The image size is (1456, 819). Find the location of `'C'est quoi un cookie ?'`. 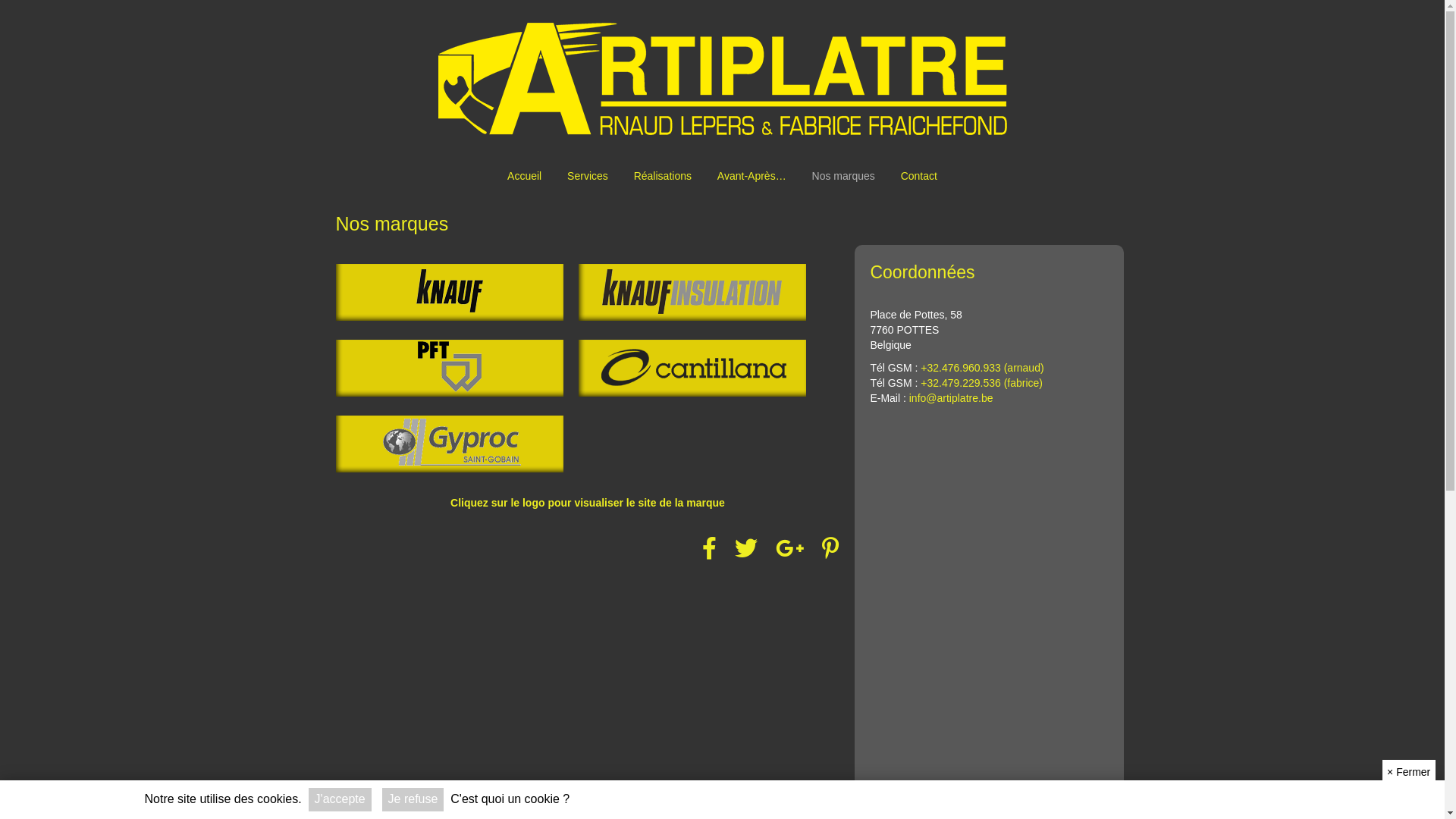

'C'est quoi un cookie ?' is located at coordinates (510, 799).